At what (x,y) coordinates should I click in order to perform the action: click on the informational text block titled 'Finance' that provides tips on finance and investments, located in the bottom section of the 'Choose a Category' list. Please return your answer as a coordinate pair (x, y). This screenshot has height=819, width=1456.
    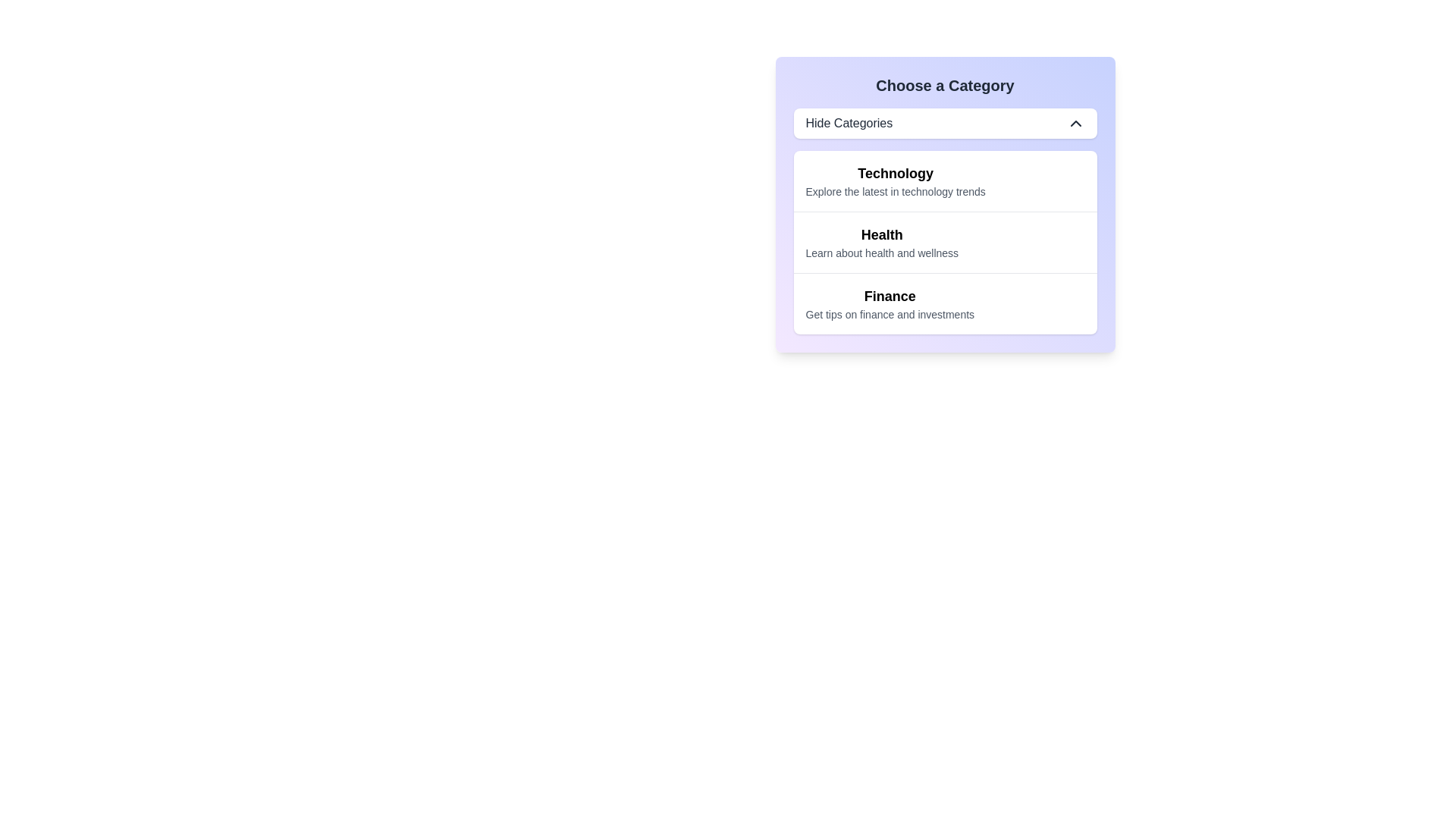
    Looking at the image, I should click on (890, 304).